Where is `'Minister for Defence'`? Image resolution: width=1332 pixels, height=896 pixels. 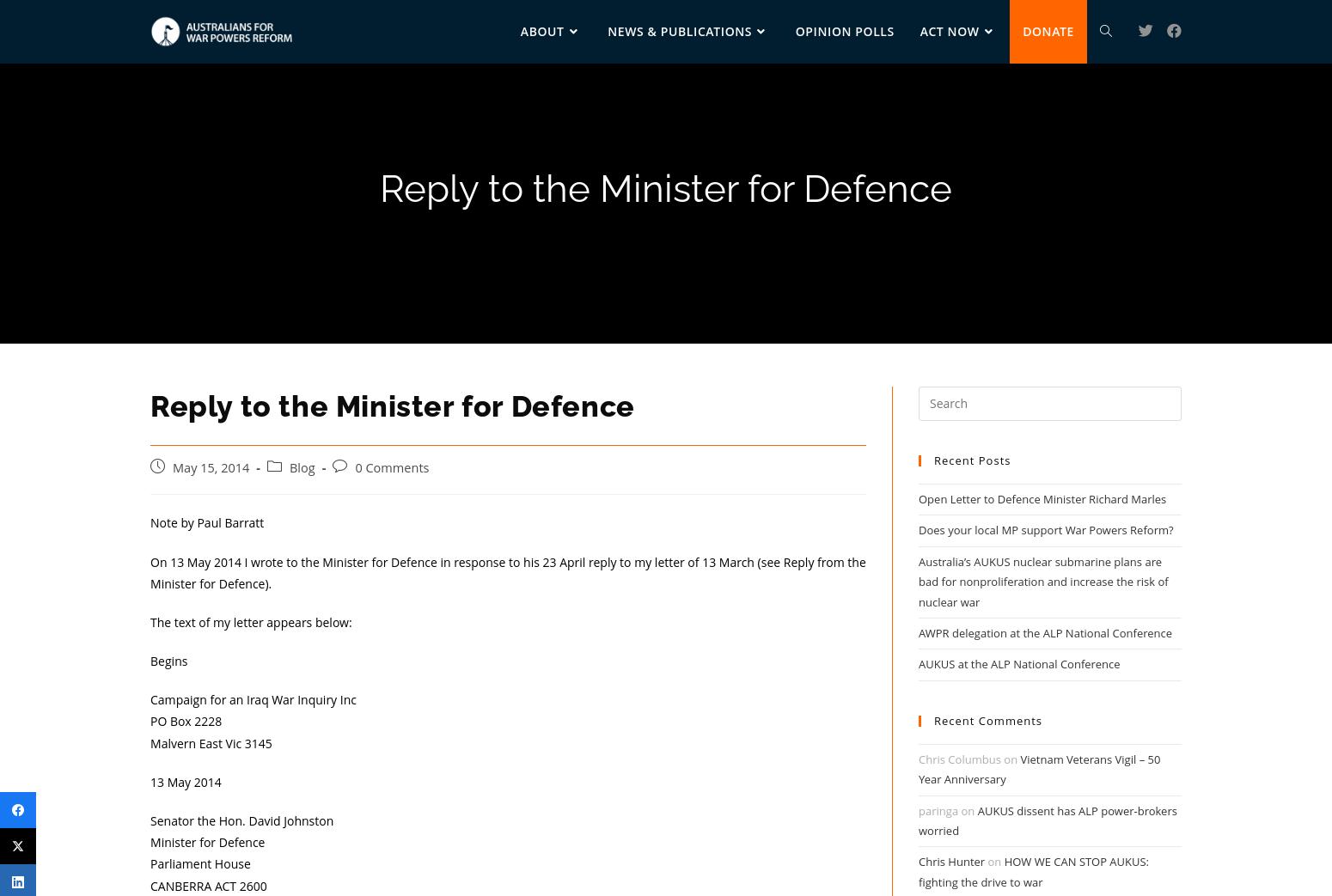 'Minister for Defence' is located at coordinates (207, 842).